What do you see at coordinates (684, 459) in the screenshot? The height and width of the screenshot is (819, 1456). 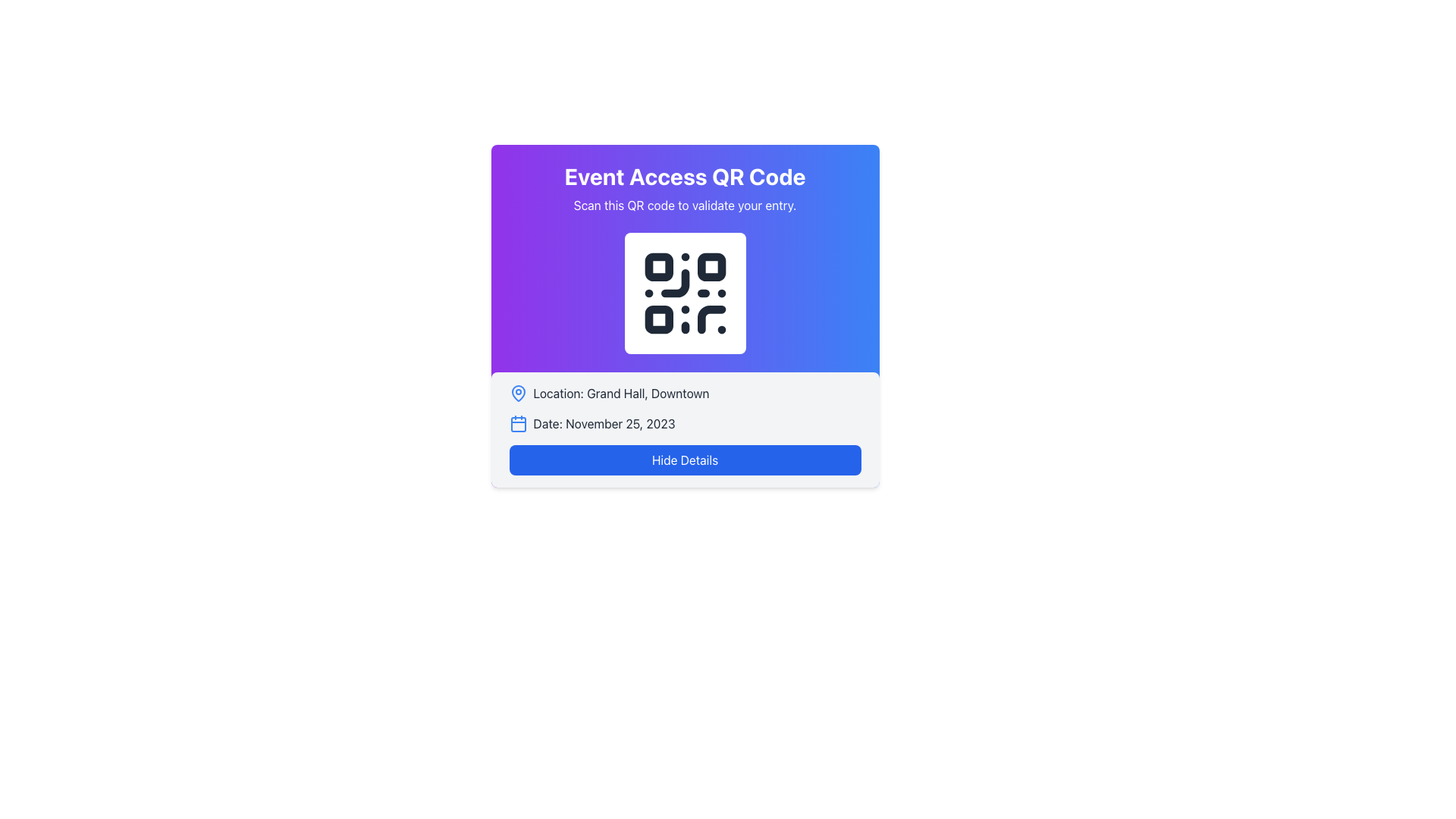 I see `the rectangular button with rounded corners, styled with a blue background and white text reading 'Hide Details', located at the bottom of the gray information panel to hide details` at bounding box center [684, 459].